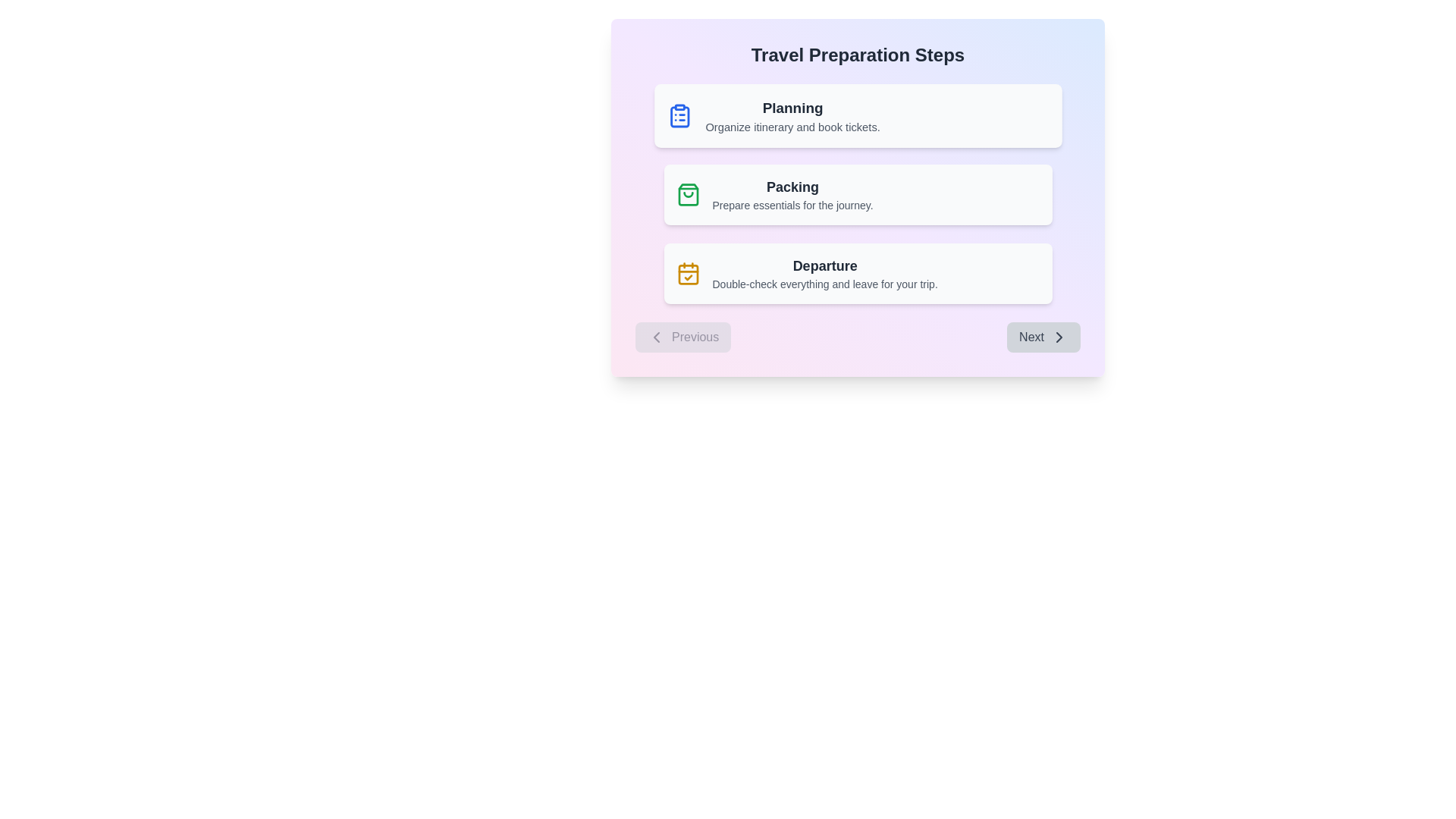 The image size is (1456, 819). I want to click on the static text element that provides a detailed description of the 'Planning' step, located in the topmost card of a vertical list of three cards, so click(792, 126).